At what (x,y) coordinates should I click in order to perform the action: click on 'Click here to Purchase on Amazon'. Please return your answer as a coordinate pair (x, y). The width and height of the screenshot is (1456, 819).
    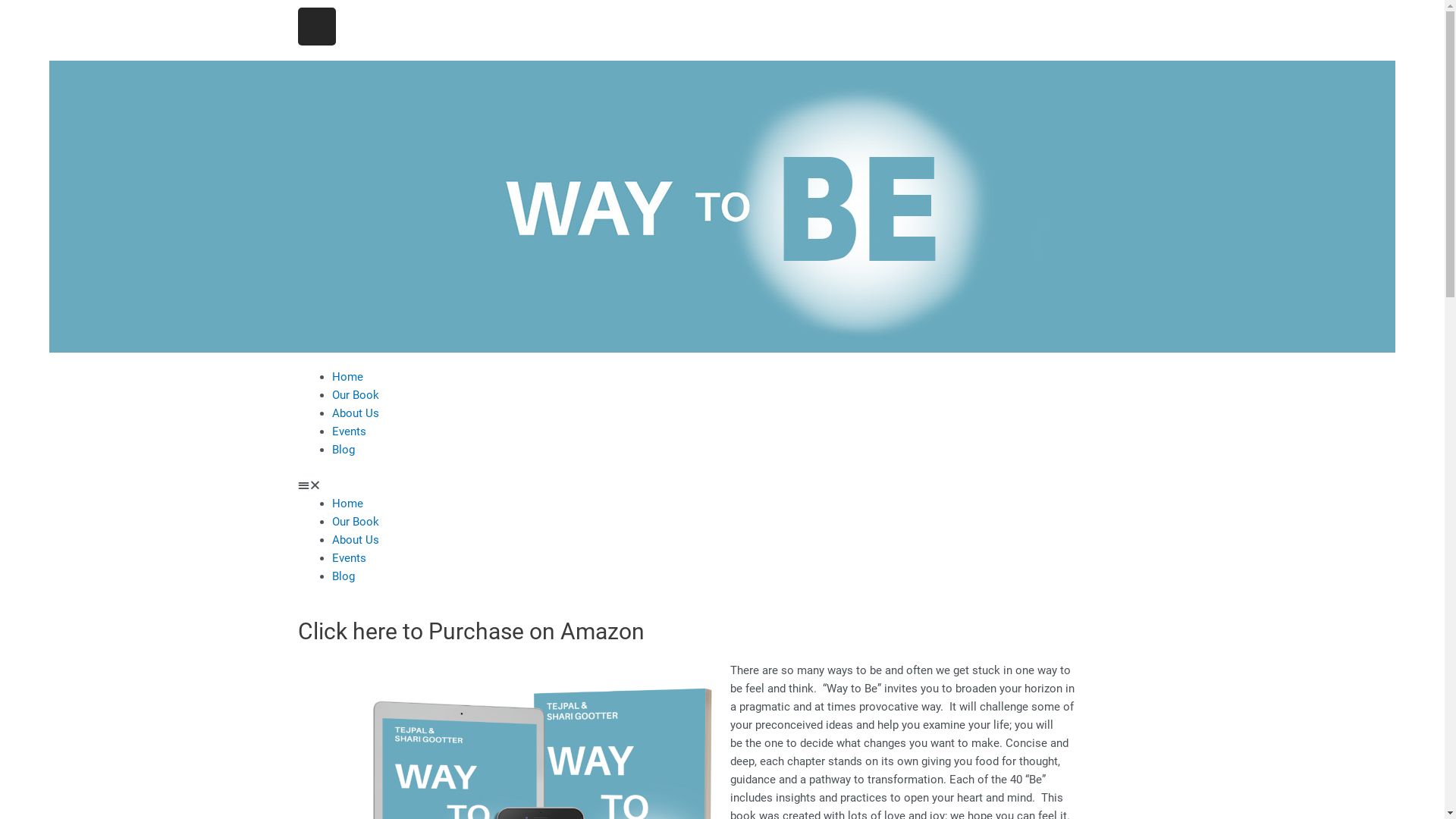
    Looking at the image, I should click on (469, 631).